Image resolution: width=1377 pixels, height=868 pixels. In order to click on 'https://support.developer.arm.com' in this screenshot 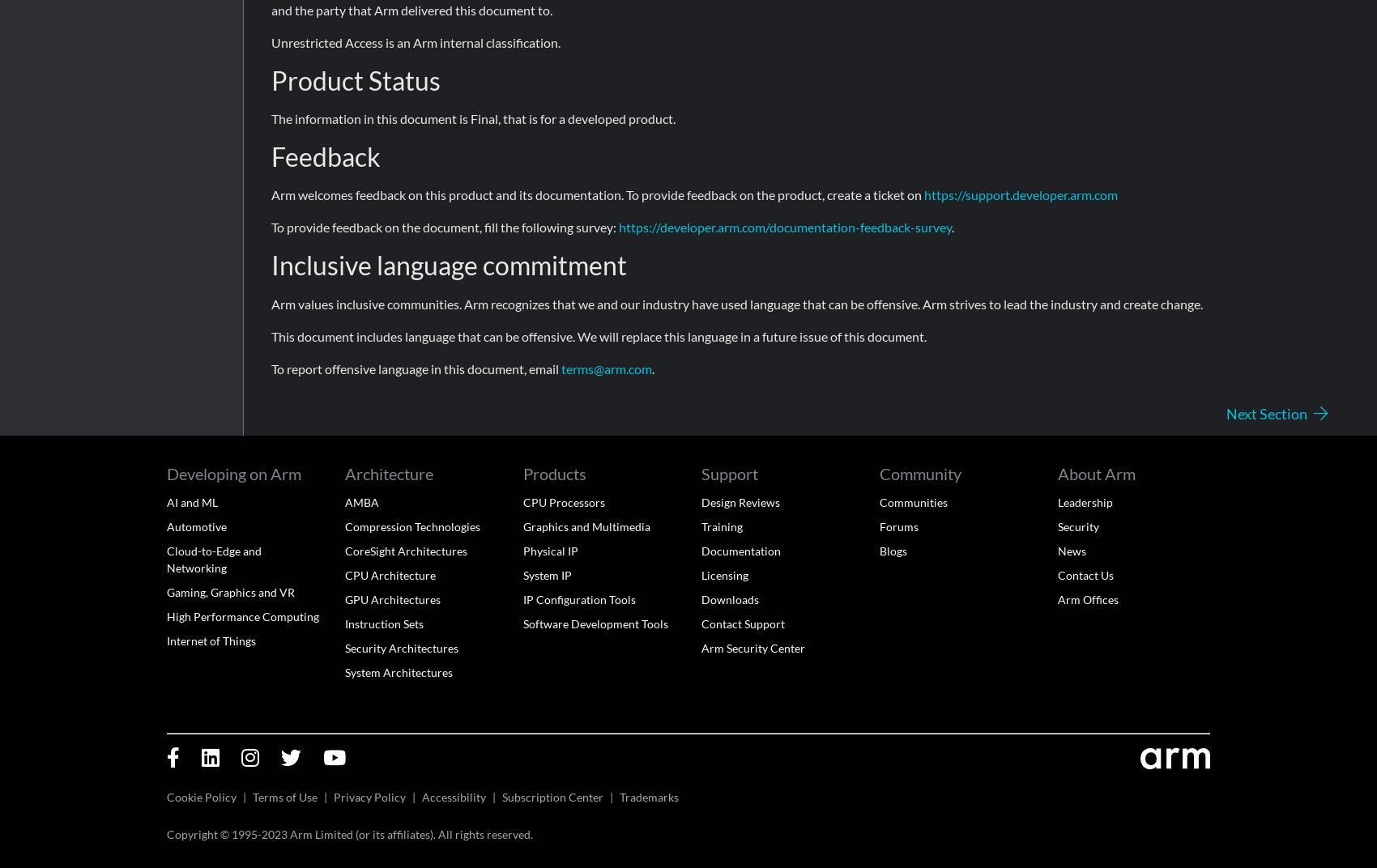, I will do `click(1020, 194)`.